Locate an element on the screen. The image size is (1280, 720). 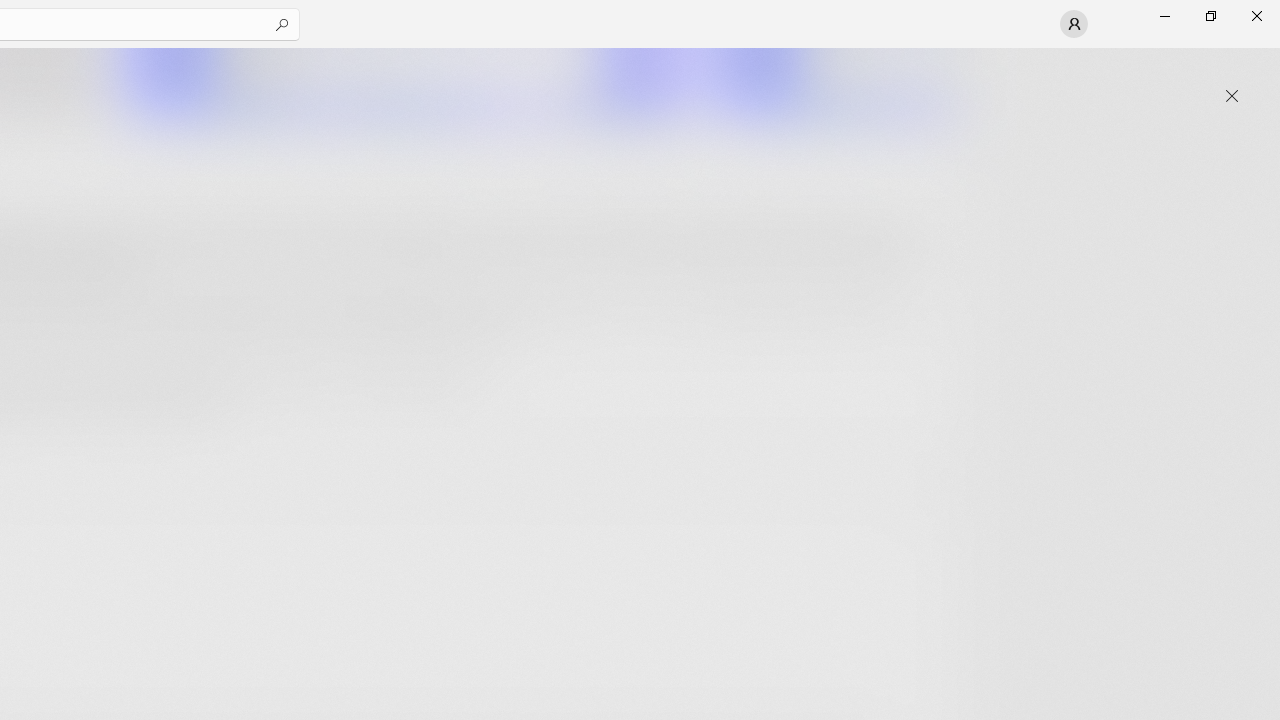
'User profile' is located at coordinates (1072, 24).